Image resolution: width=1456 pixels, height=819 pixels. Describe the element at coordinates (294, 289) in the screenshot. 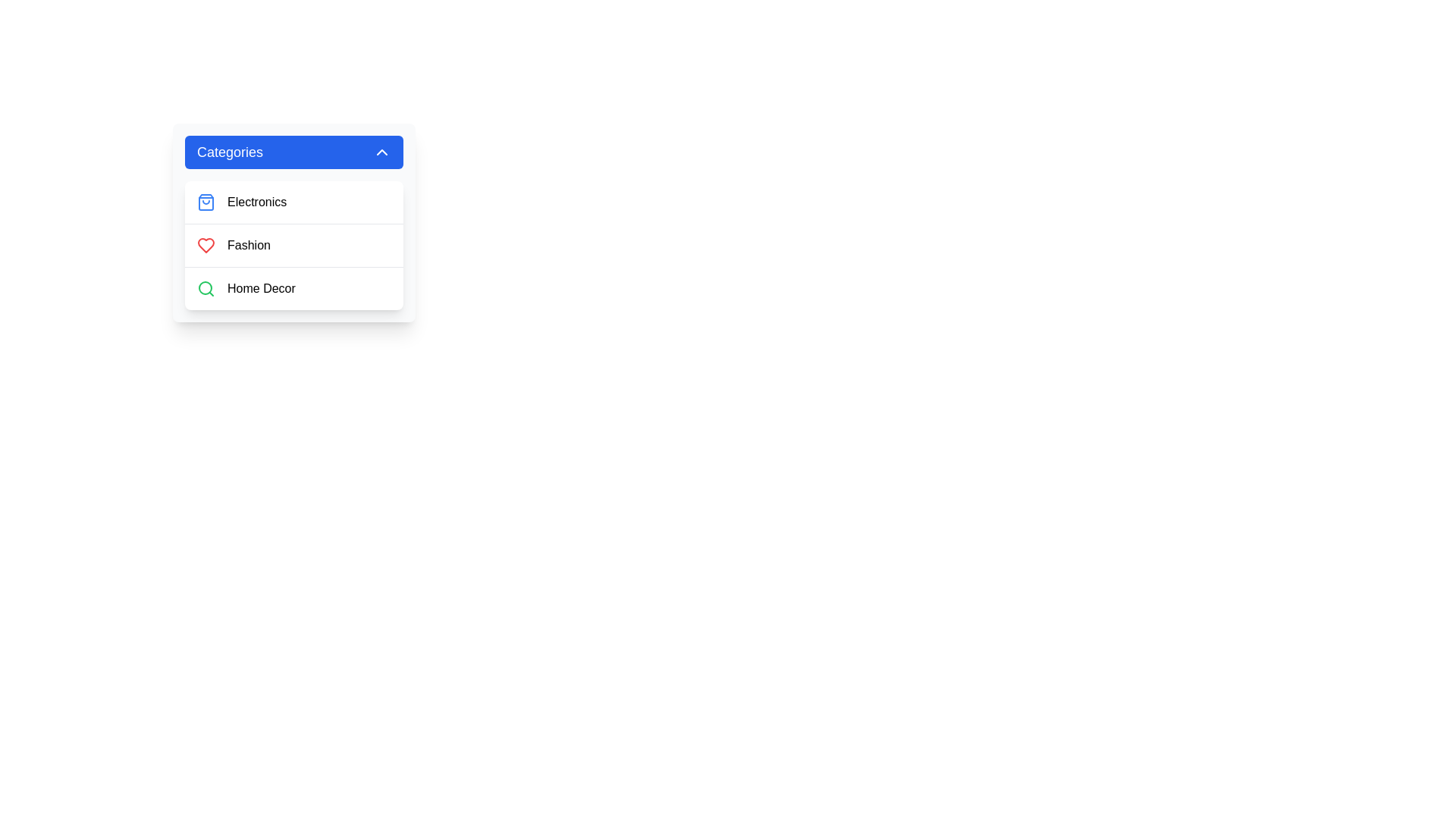

I see `the 'Home Decor' list item in the dropdown menu` at that location.